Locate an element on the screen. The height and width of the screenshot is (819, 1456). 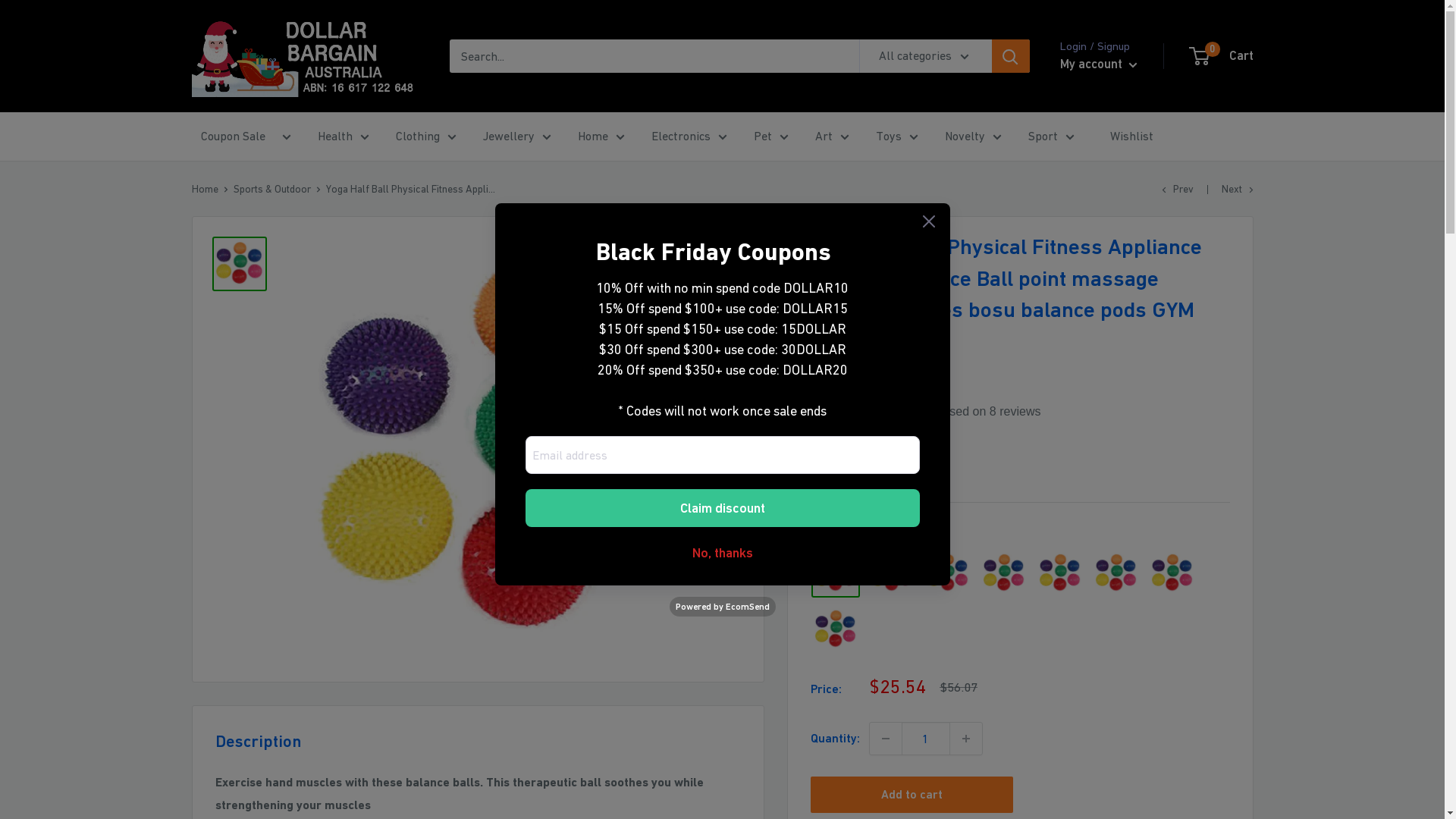
'Pink' is located at coordinates (1059, 573).